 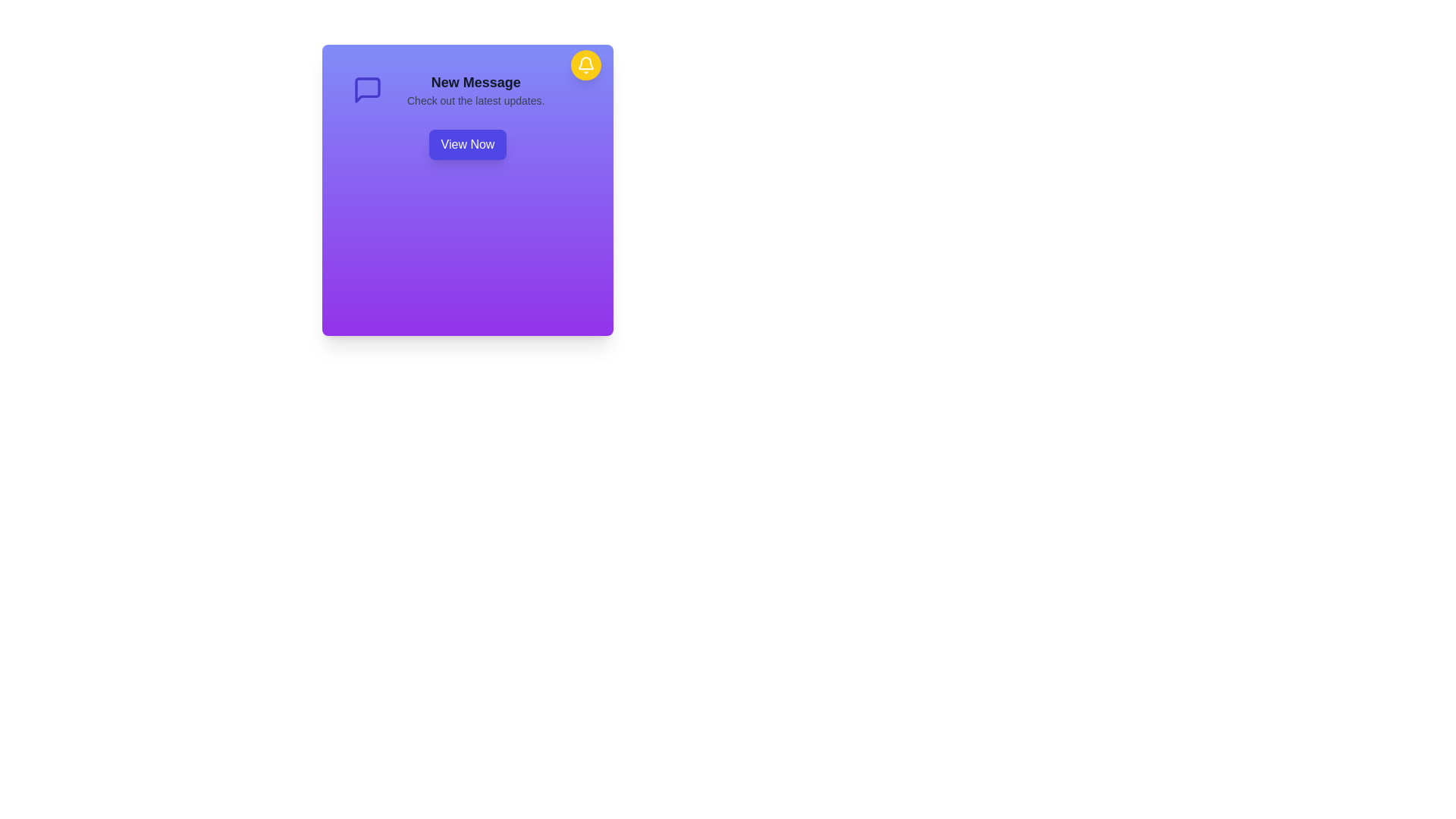 What do you see at coordinates (367, 90) in the screenshot?
I see `the 'New Message' icon located to the left of the title and description, which symbolizes new messages or updates` at bounding box center [367, 90].